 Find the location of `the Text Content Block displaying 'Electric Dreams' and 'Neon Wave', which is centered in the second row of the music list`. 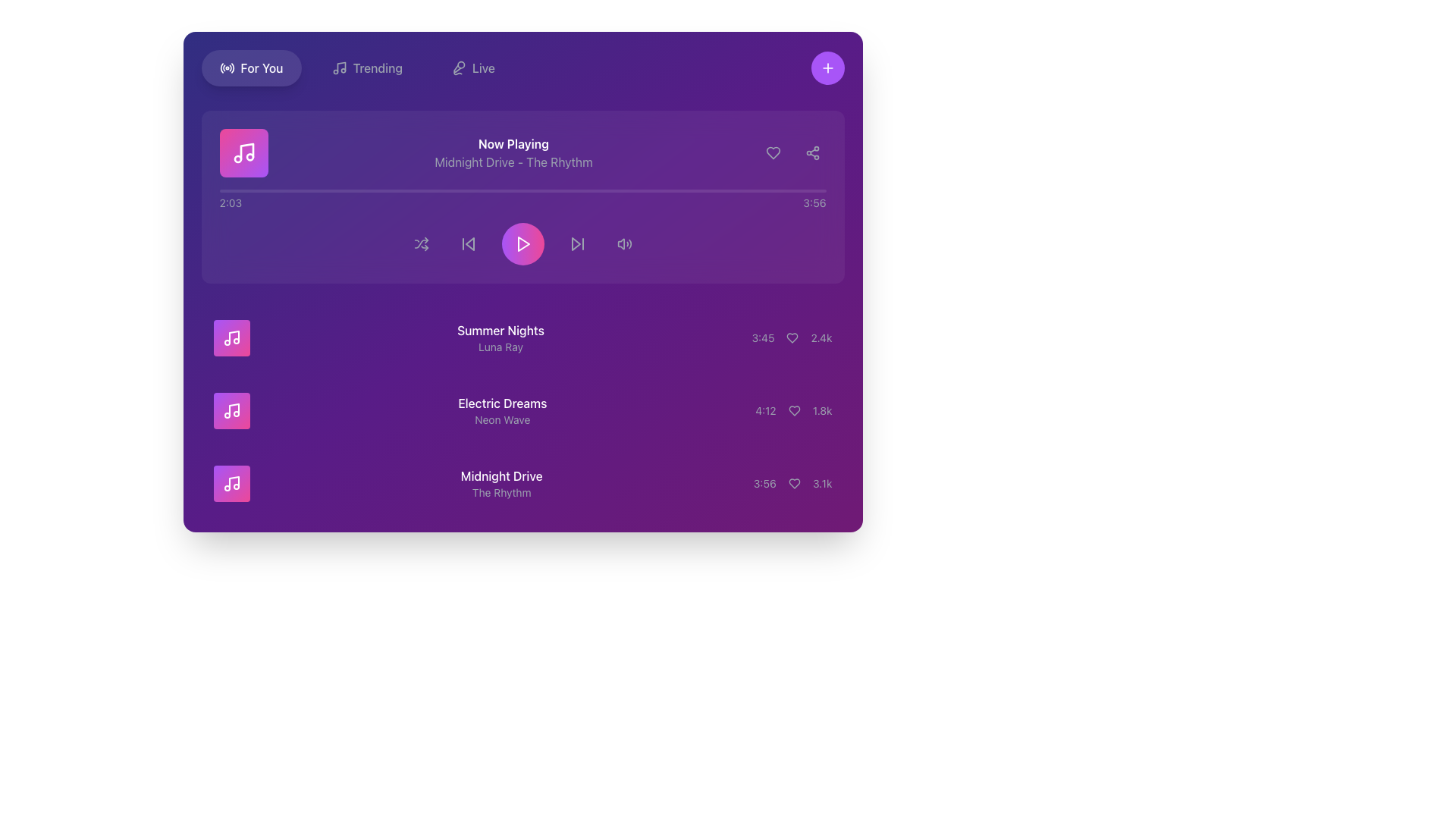

the Text Content Block displaying 'Electric Dreams' and 'Neon Wave', which is centered in the second row of the music list is located at coordinates (502, 411).